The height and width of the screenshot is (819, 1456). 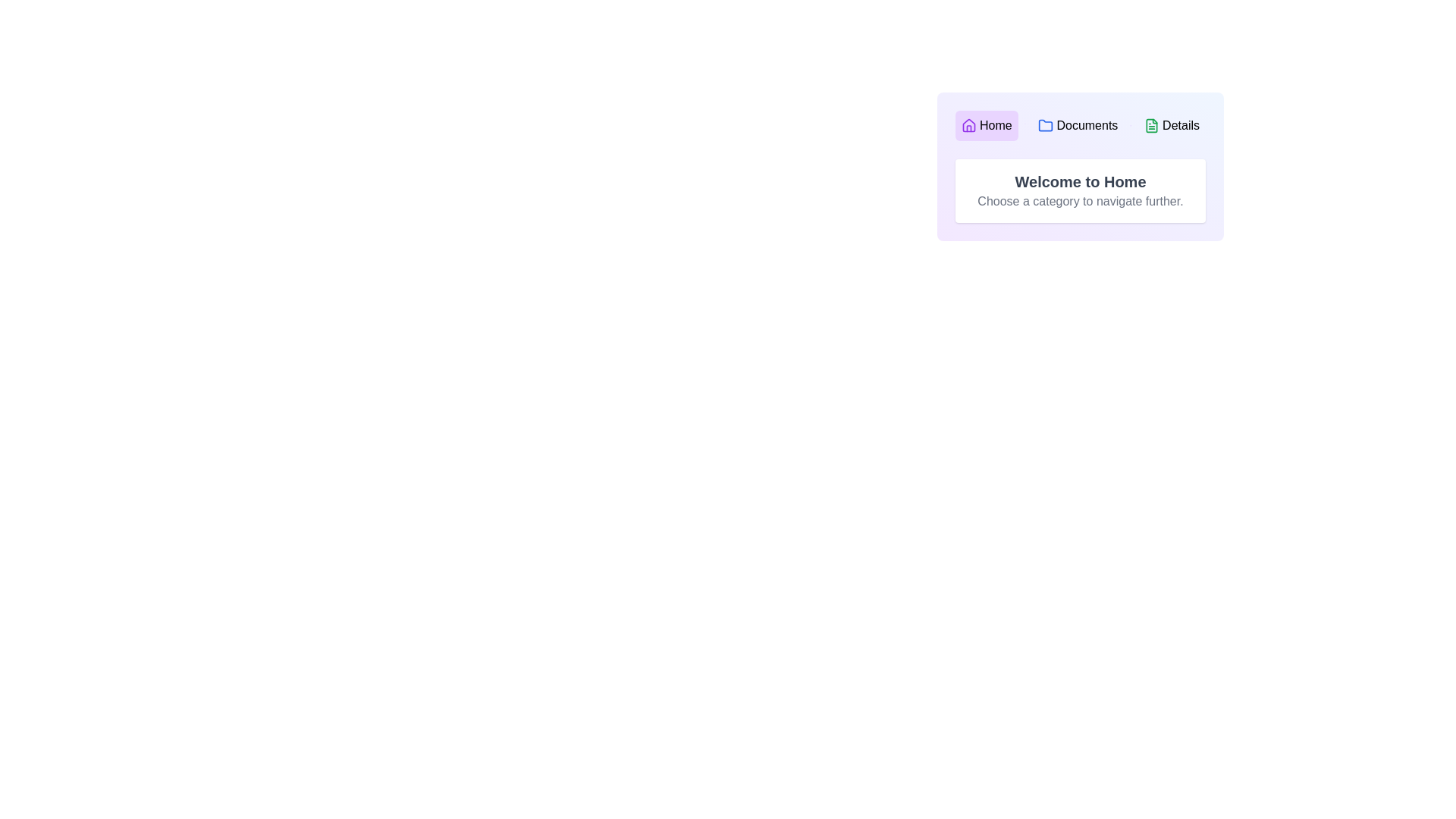 I want to click on the green icon in the navigation bar that represents the 'Details' menu option to interact with it, so click(x=1152, y=124).